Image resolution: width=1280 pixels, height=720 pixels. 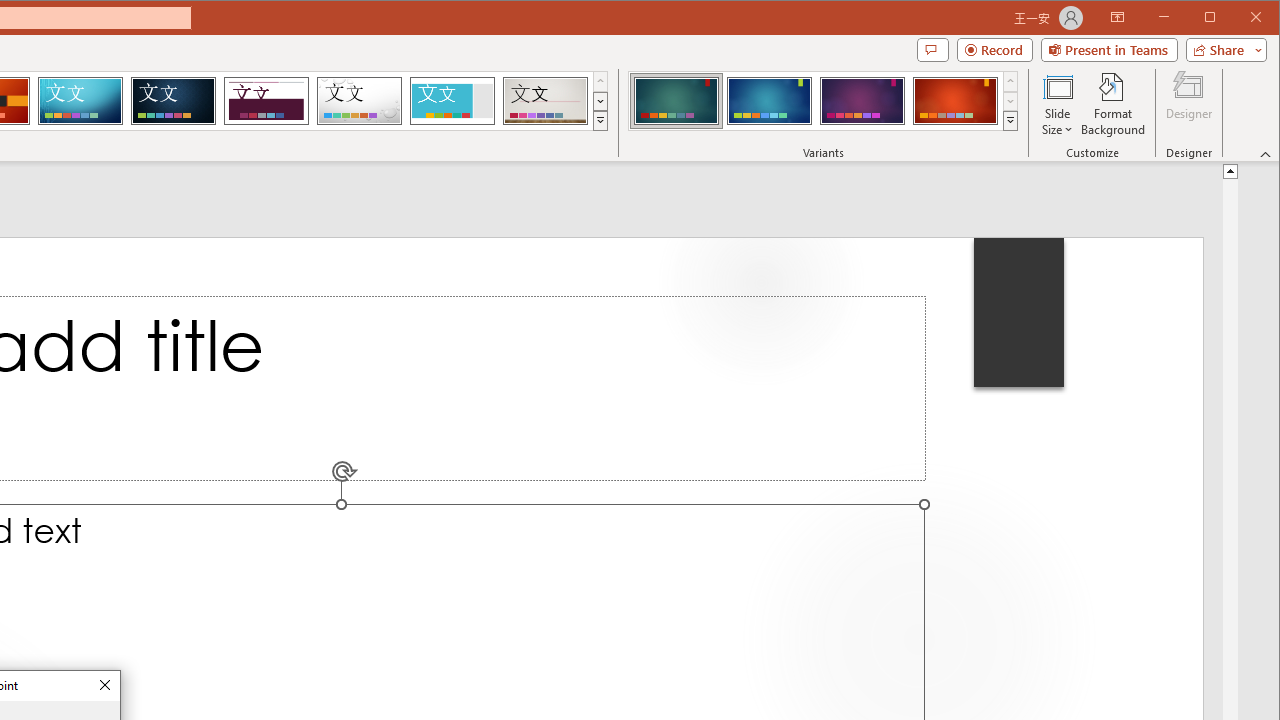 What do you see at coordinates (862, 100) in the screenshot?
I see `'Ion Variant 3'` at bounding box center [862, 100].